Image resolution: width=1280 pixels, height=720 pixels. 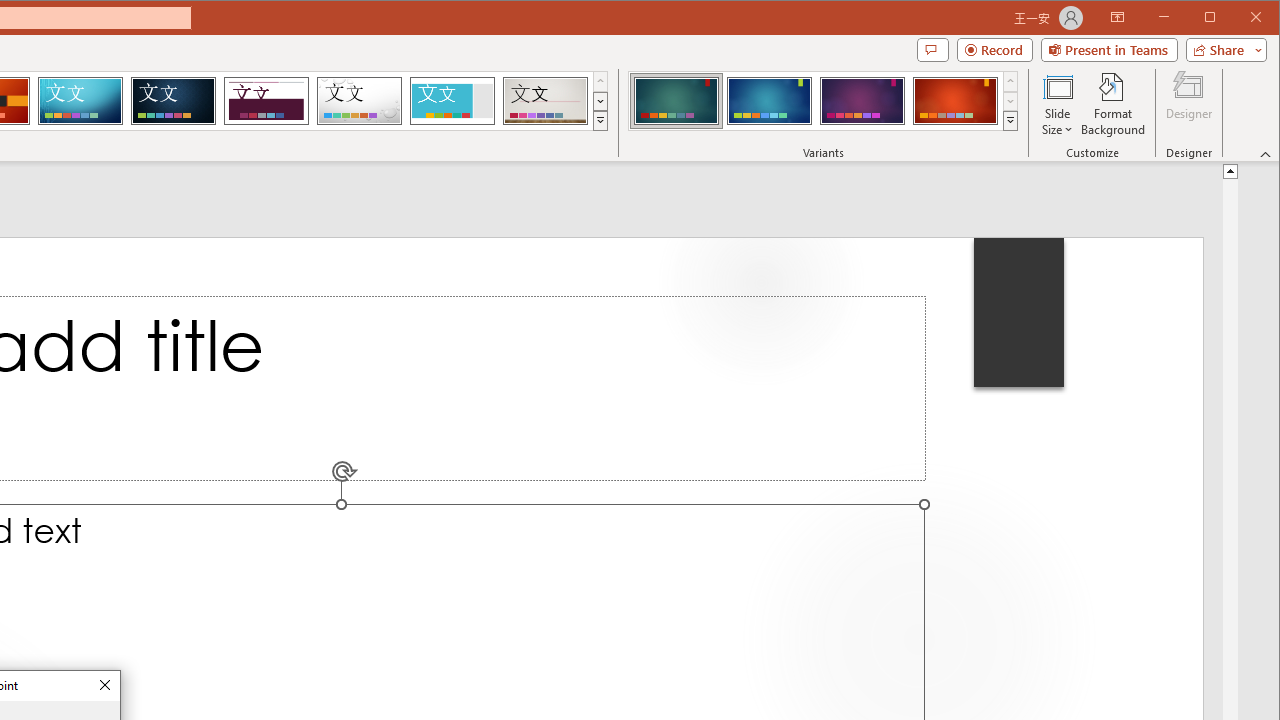 What do you see at coordinates (862, 100) in the screenshot?
I see `'Ion Variant 3'` at bounding box center [862, 100].